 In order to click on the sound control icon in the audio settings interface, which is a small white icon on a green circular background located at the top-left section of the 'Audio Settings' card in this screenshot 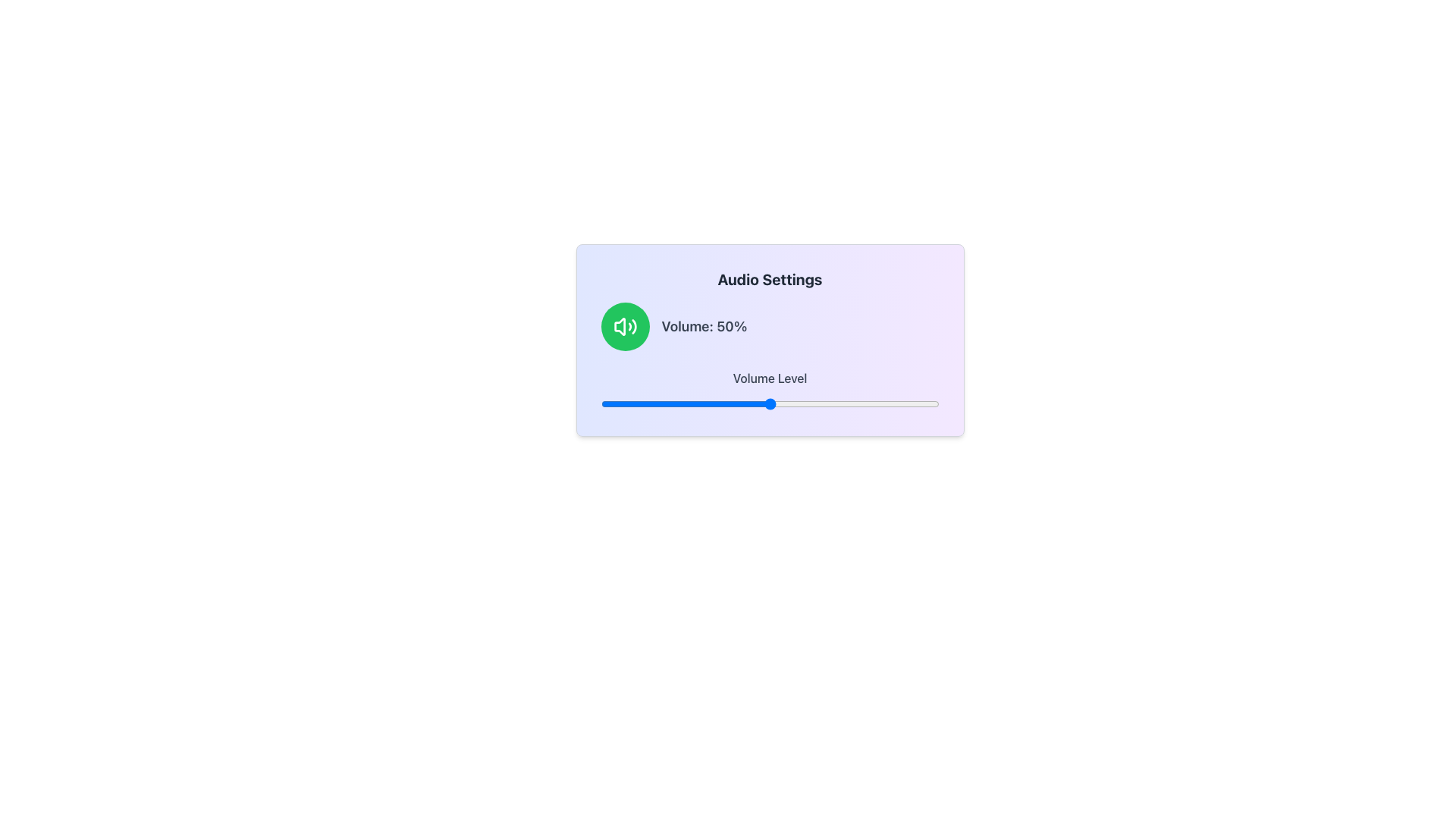, I will do `click(620, 326)`.